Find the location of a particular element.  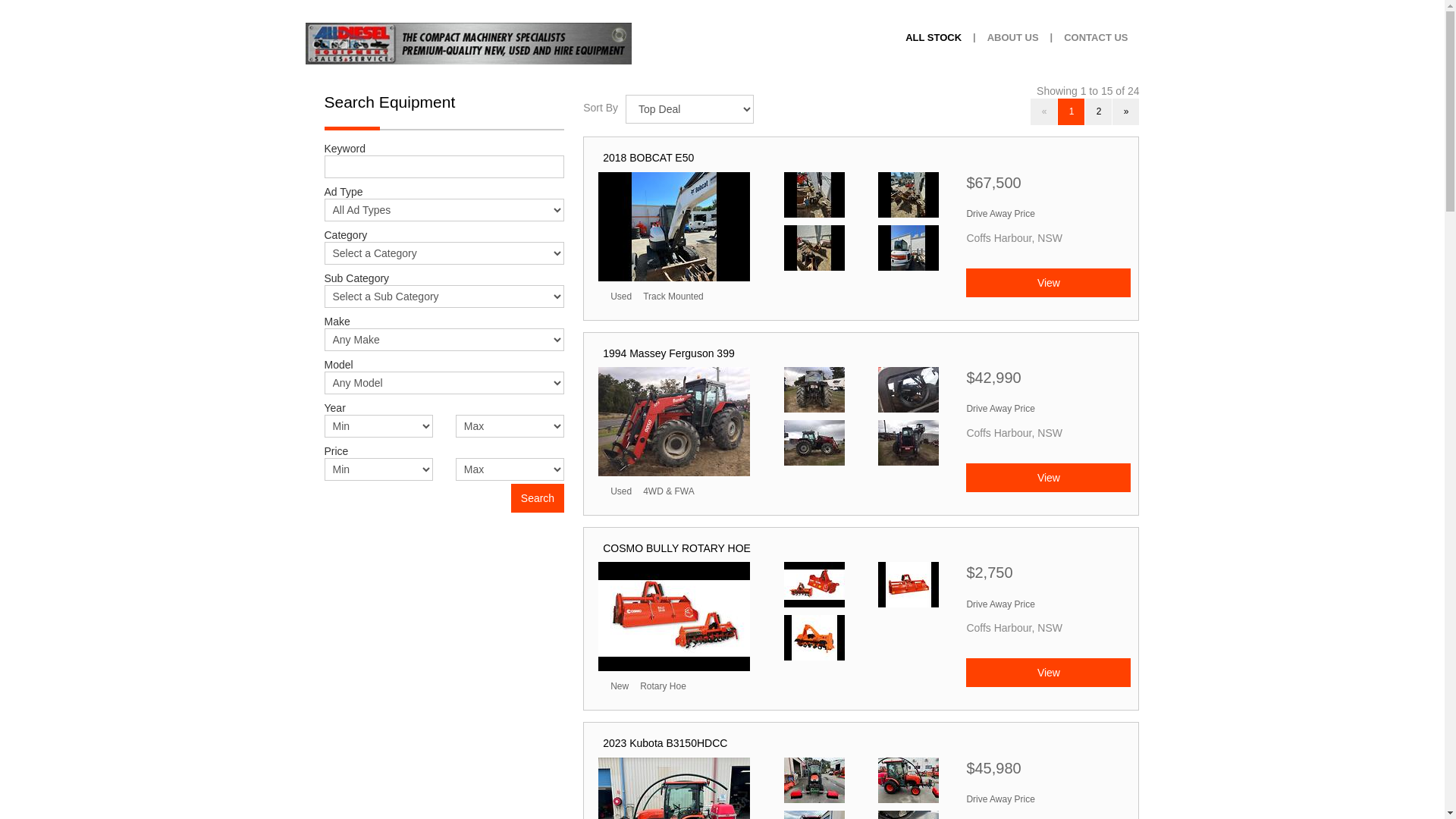

'Search' is located at coordinates (538, 497).